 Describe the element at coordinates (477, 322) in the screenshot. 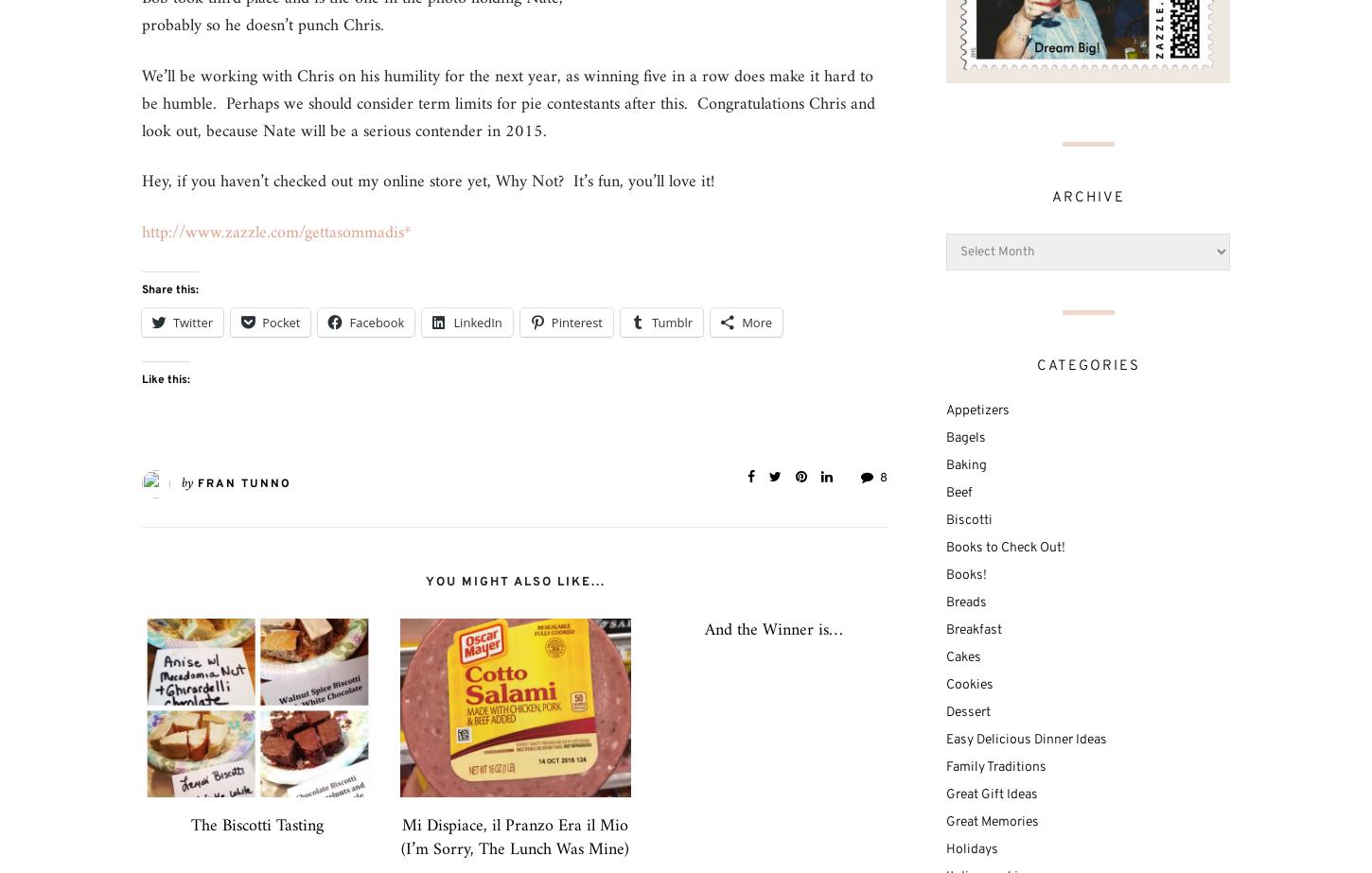

I see `'LinkedIn'` at that location.